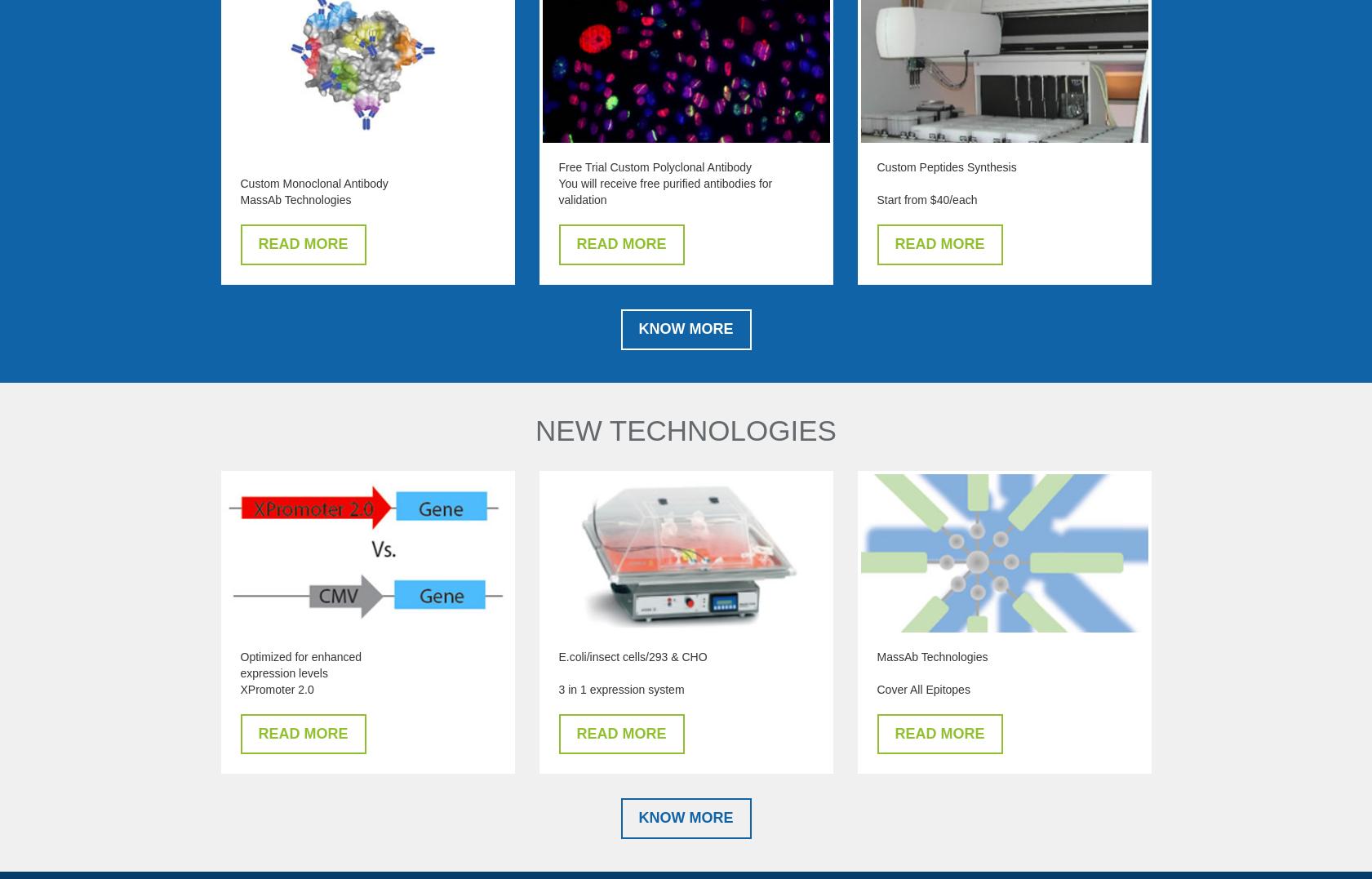 The image size is (1372, 879). Describe the element at coordinates (239, 688) in the screenshot. I see `'XPromoter 2.0'` at that location.